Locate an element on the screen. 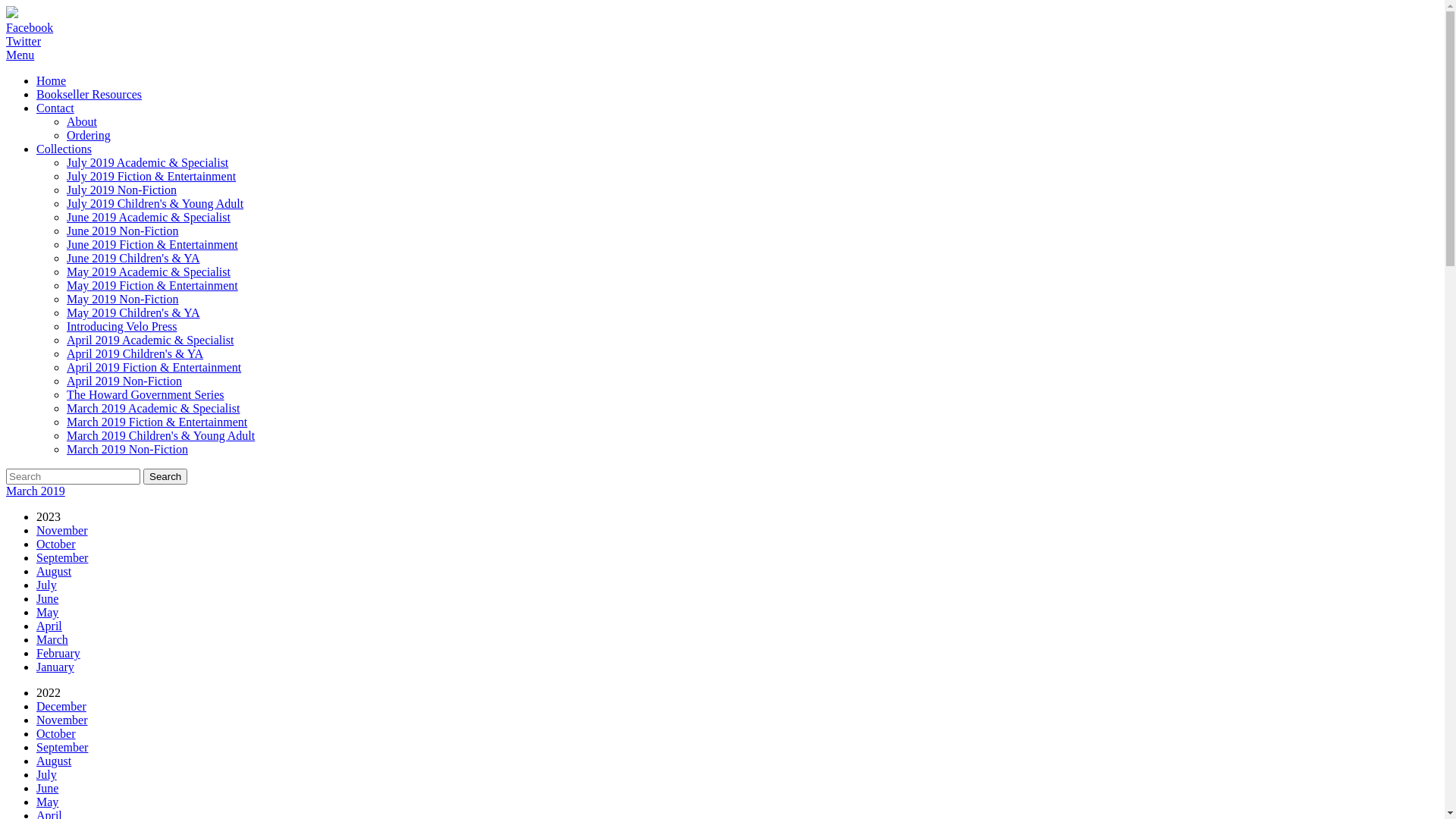  'The Howard Government Series' is located at coordinates (65, 394).